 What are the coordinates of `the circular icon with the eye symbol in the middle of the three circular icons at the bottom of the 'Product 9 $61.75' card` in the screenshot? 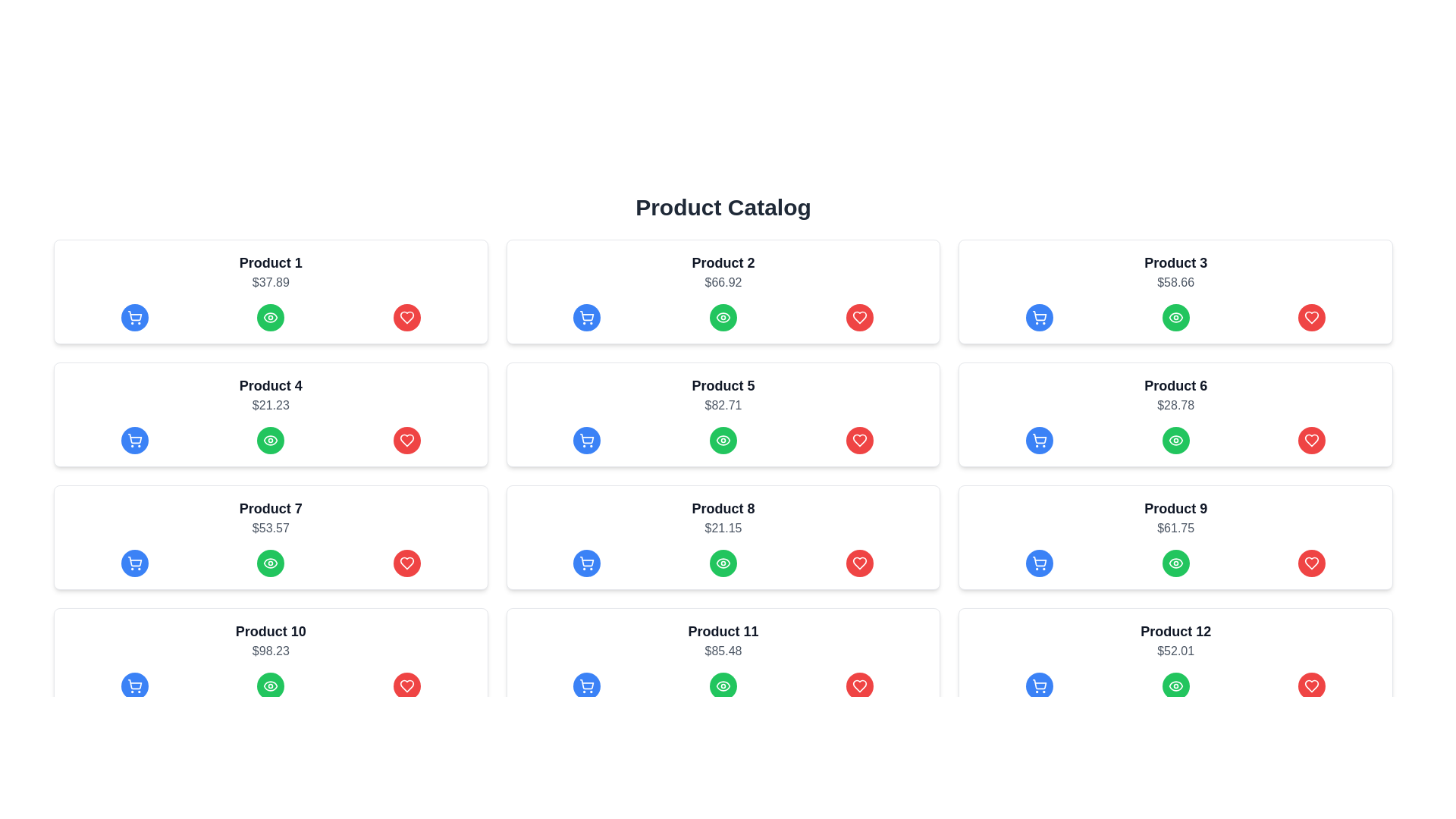 It's located at (1175, 563).